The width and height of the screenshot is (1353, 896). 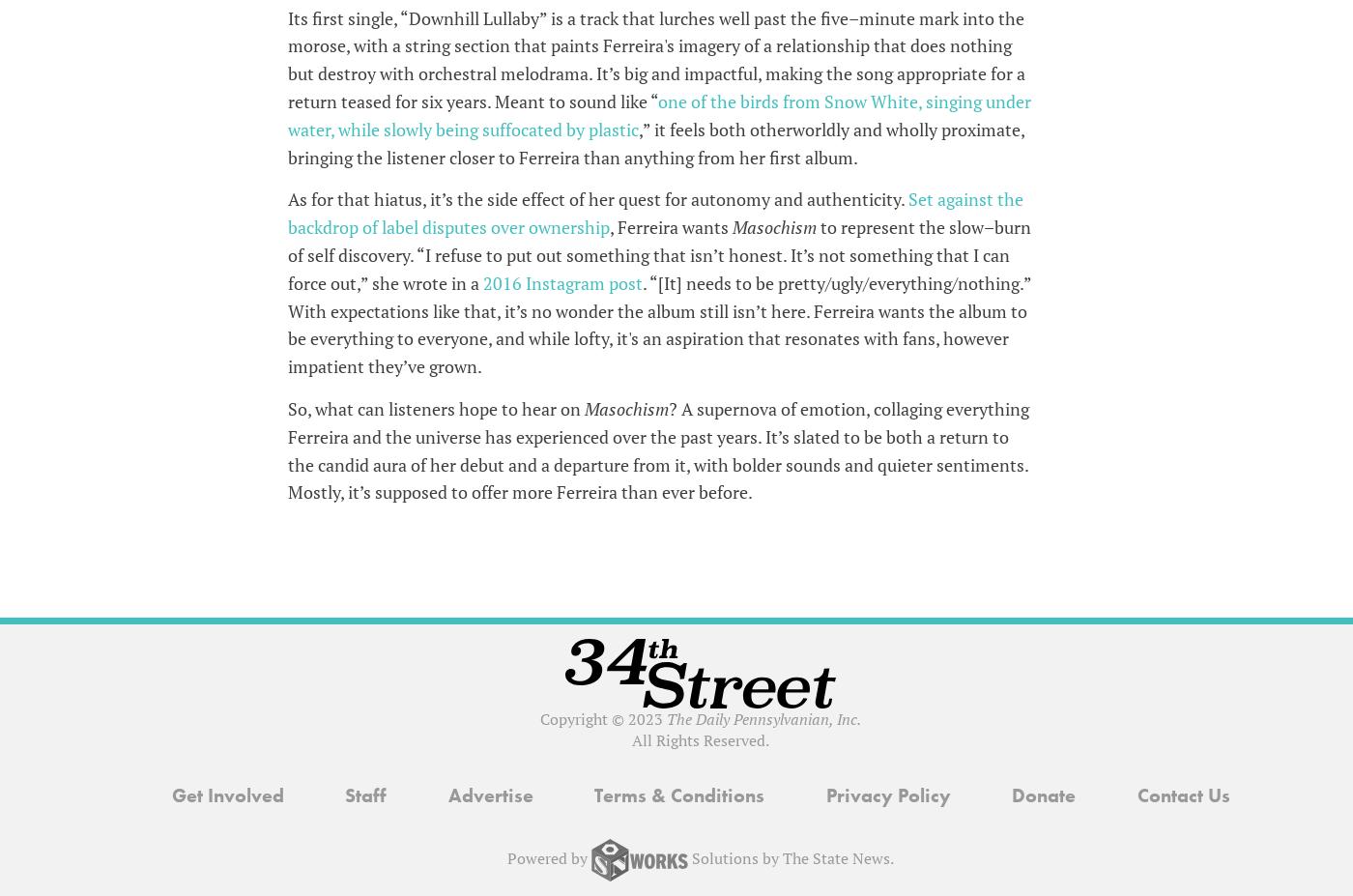 I want to click on 'Donate', so click(x=1043, y=795).